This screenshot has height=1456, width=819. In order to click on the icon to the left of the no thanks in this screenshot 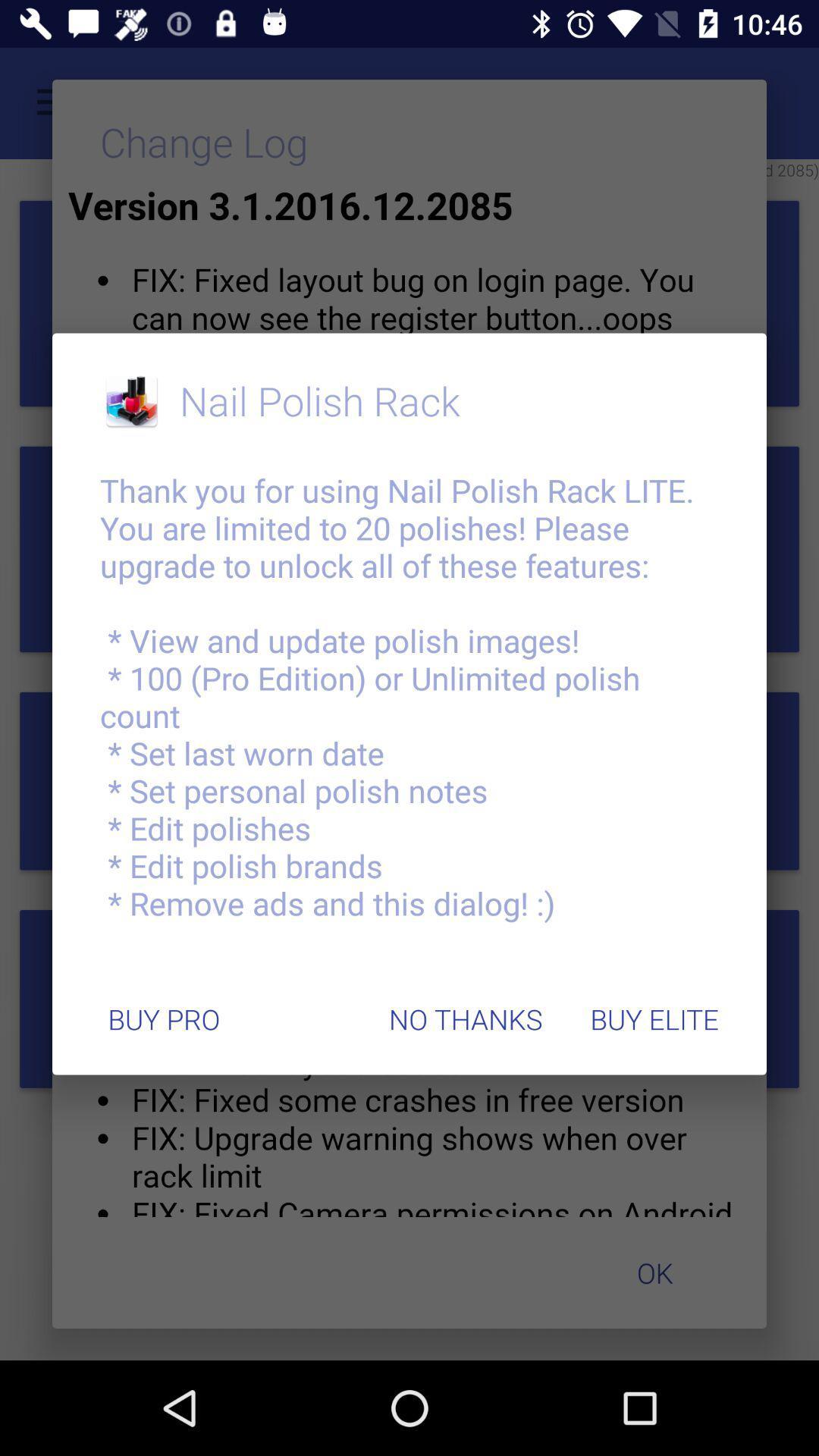, I will do `click(164, 1019)`.